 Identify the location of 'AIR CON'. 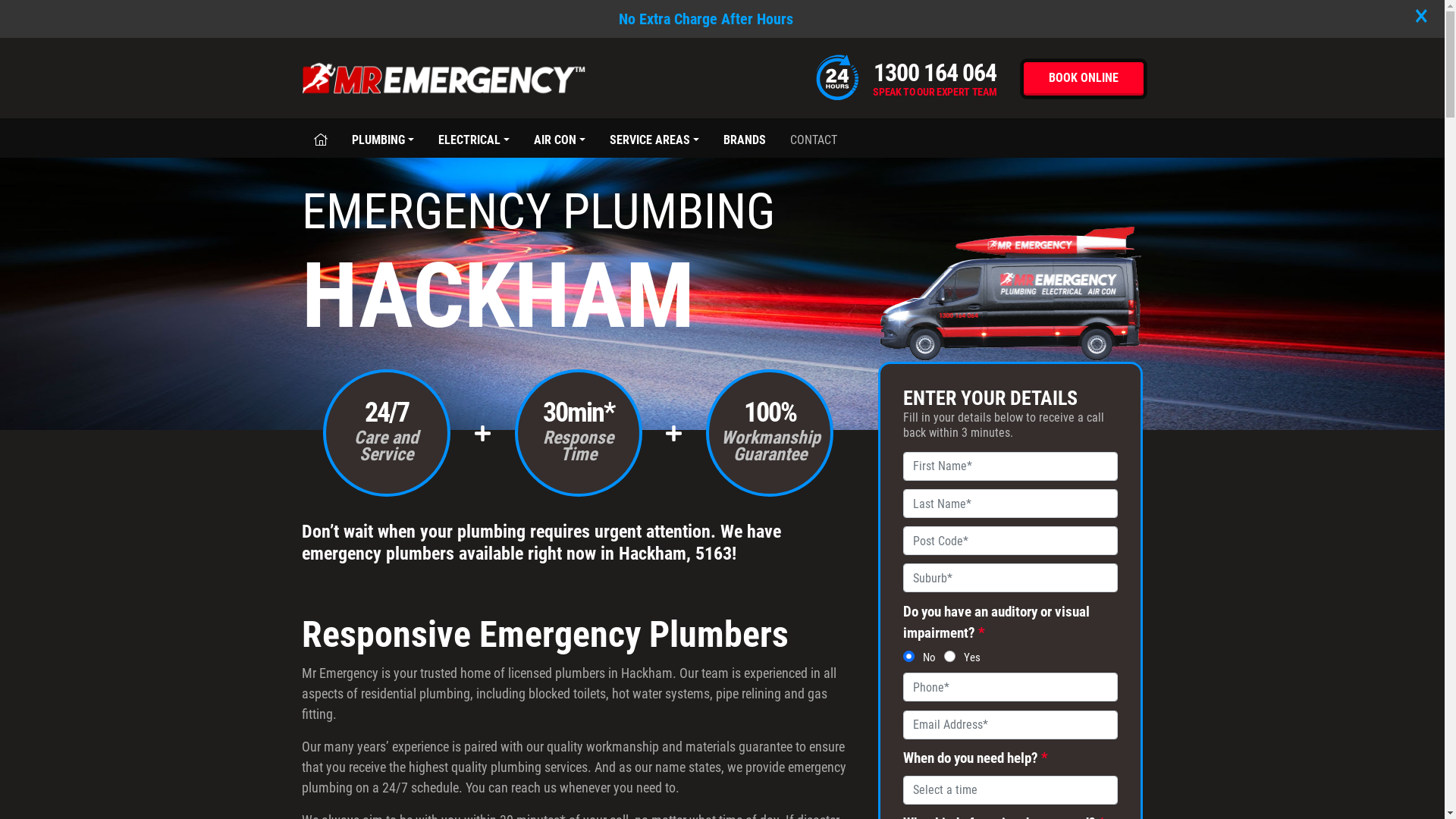
(521, 138).